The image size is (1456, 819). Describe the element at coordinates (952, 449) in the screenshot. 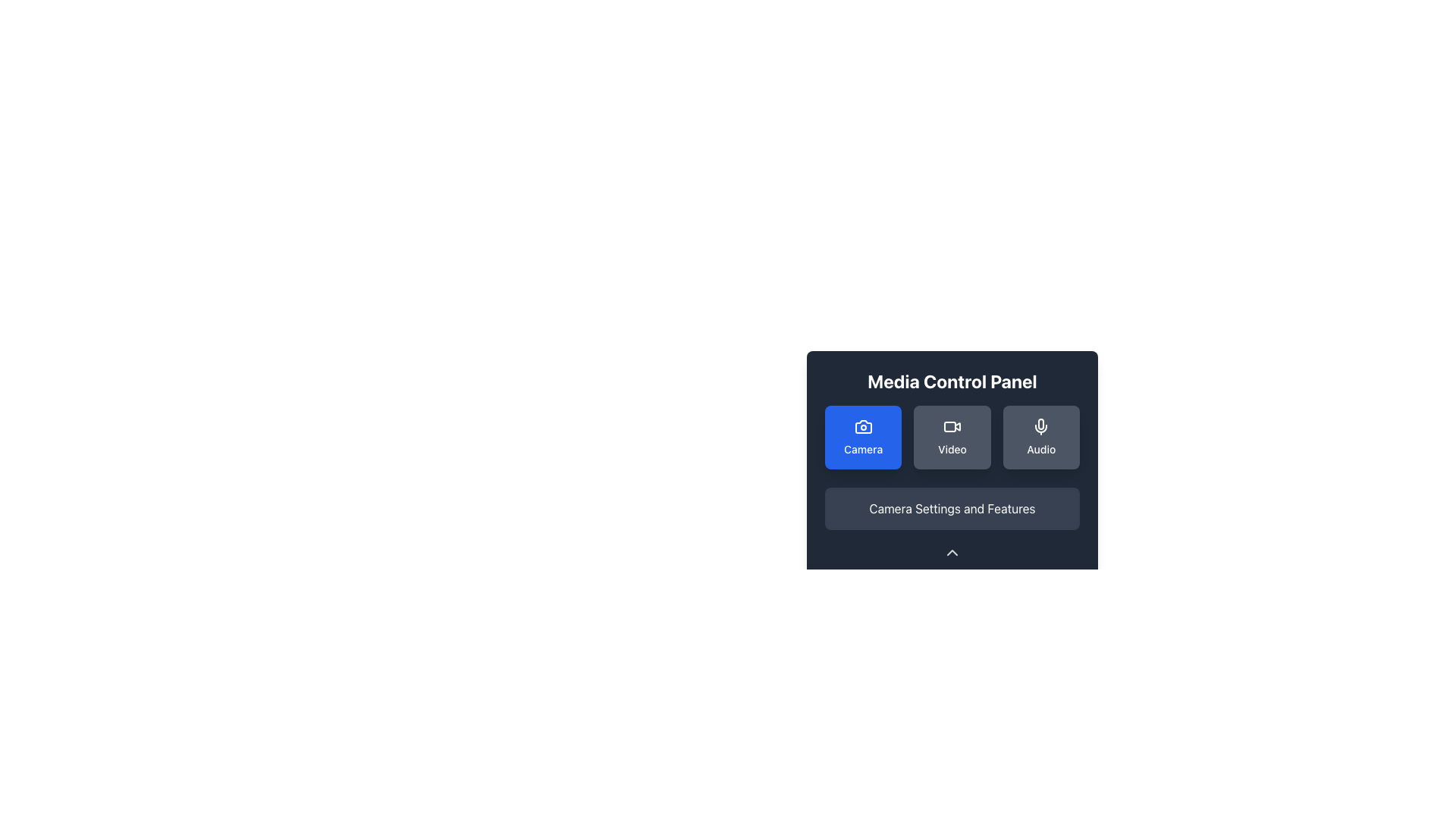

I see `the label text for 'Video' located under the button with a video camera icon in the 'Media Control Panel' to trigger a tooltip or focus change` at that location.